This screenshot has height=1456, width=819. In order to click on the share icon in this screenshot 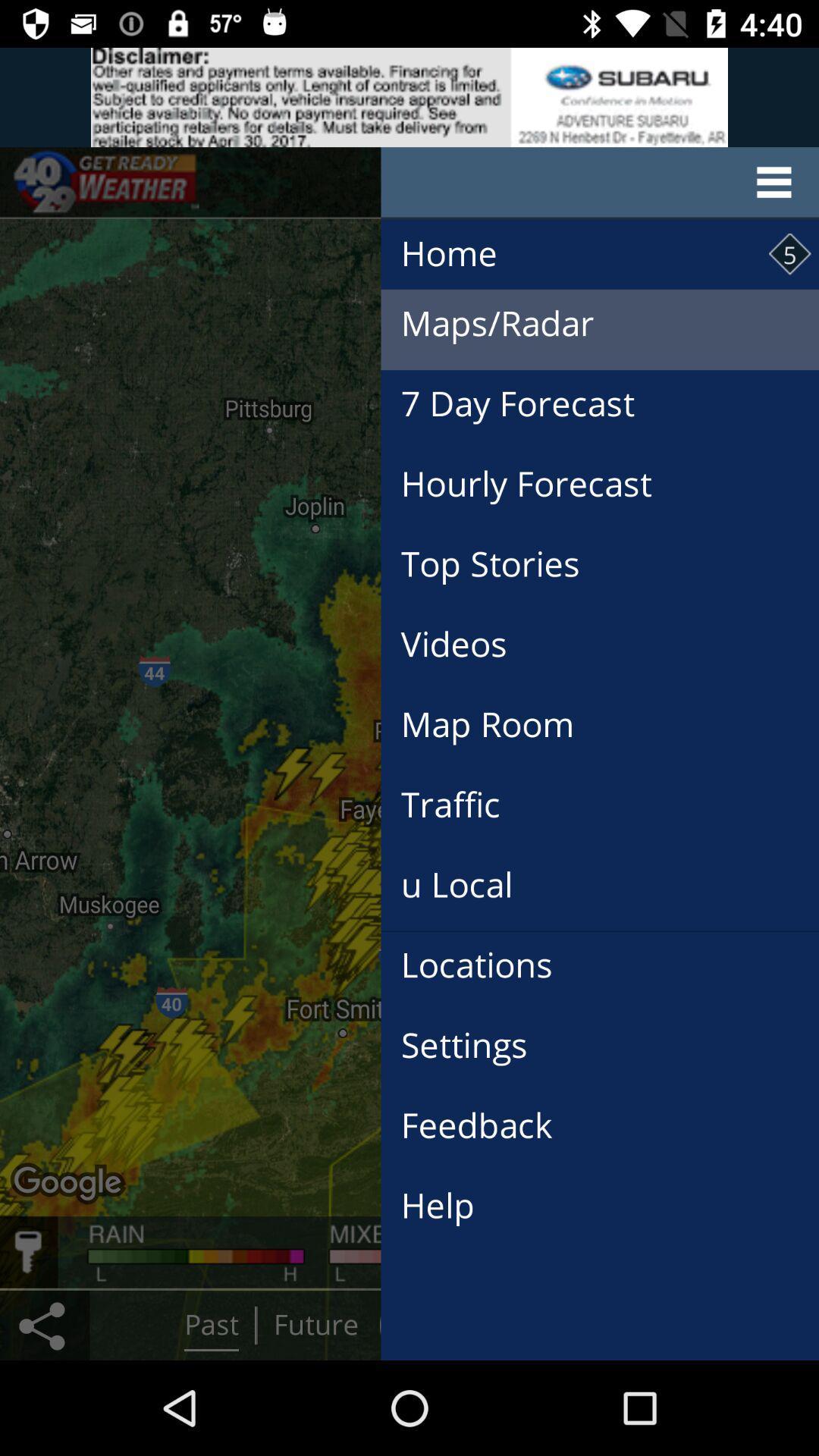, I will do `click(44, 1324)`.